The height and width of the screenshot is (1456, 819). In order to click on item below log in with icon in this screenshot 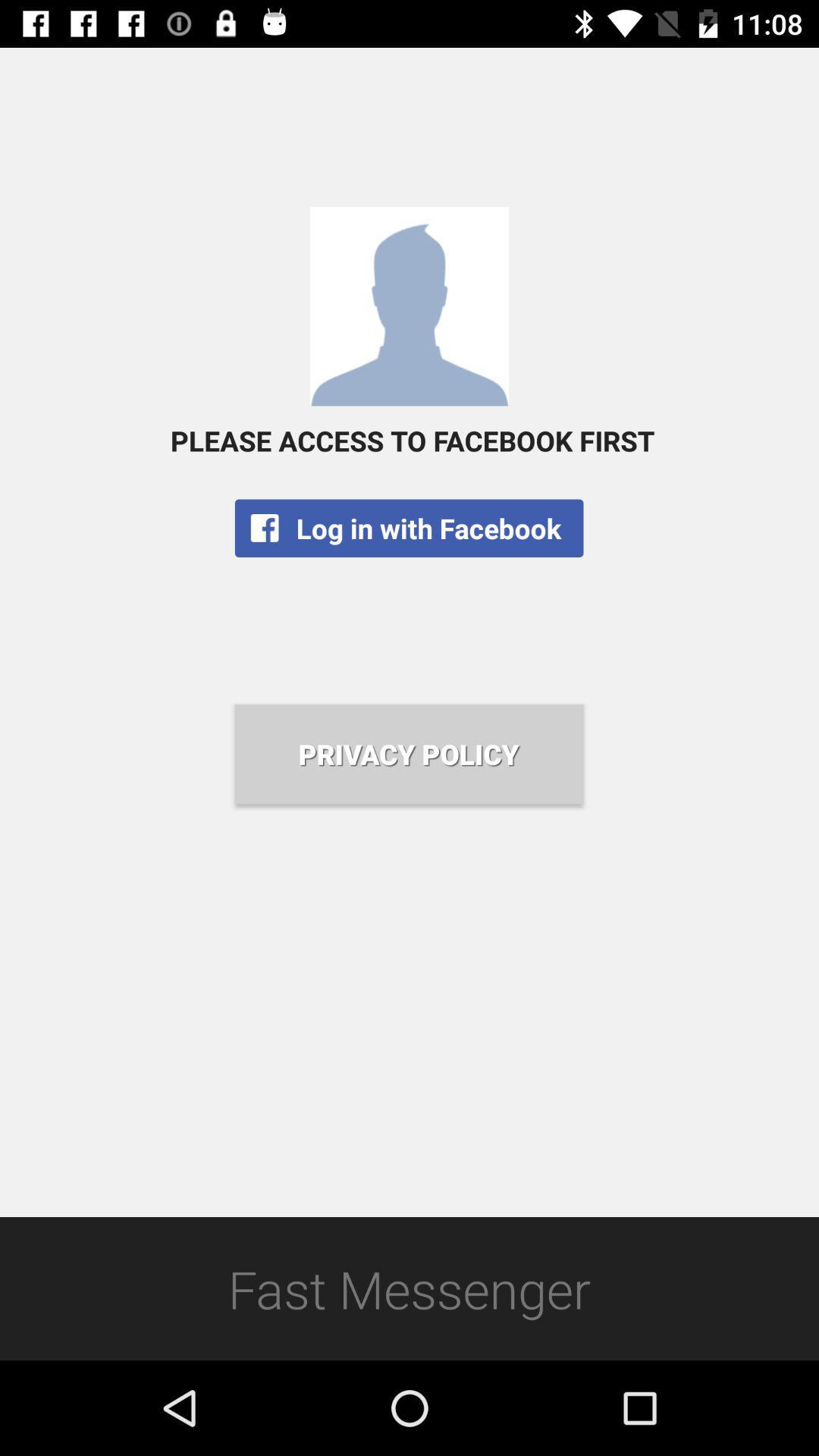, I will do `click(408, 754)`.